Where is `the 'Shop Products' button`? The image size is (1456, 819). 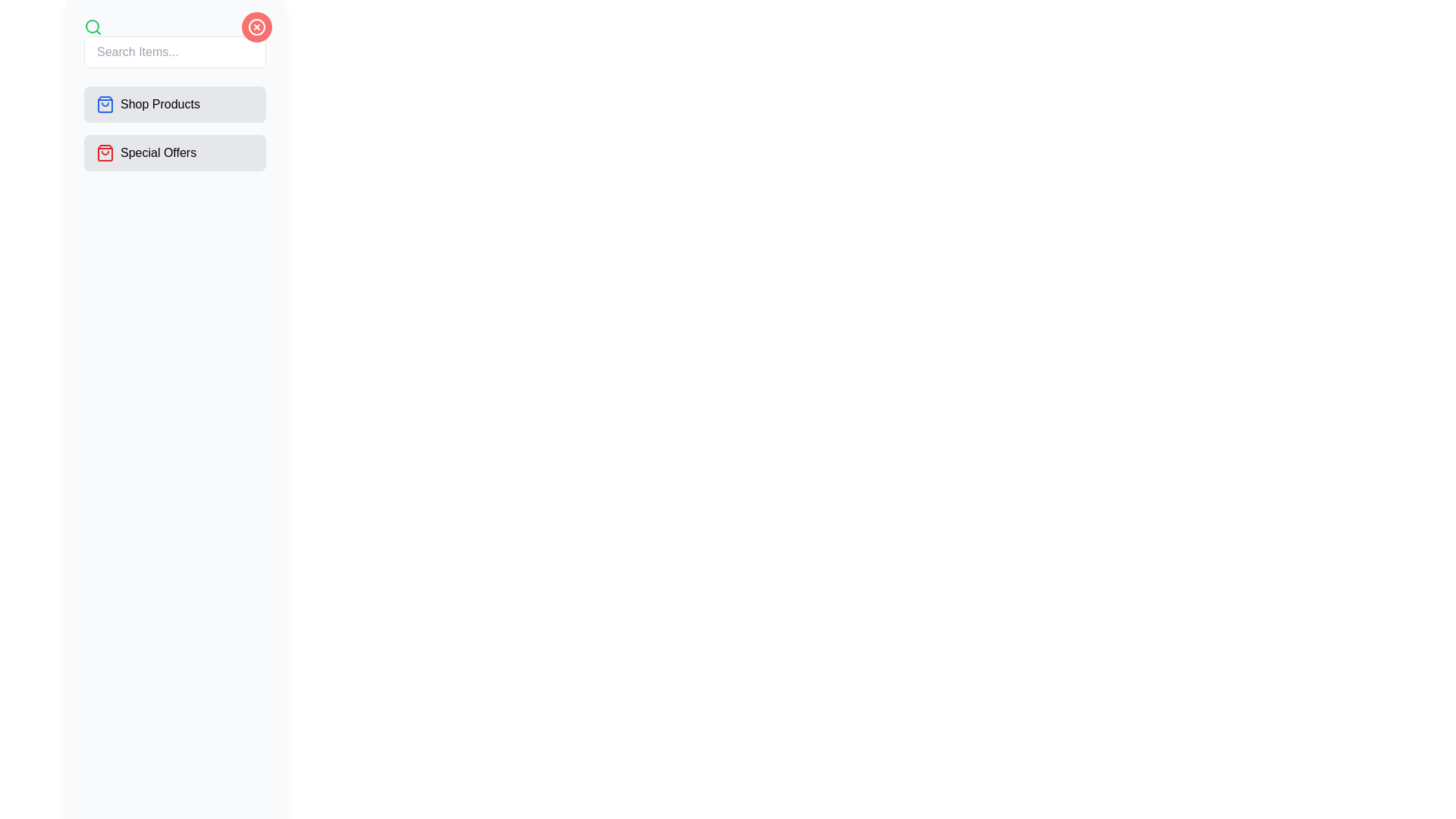
the 'Shop Products' button is located at coordinates (174, 104).